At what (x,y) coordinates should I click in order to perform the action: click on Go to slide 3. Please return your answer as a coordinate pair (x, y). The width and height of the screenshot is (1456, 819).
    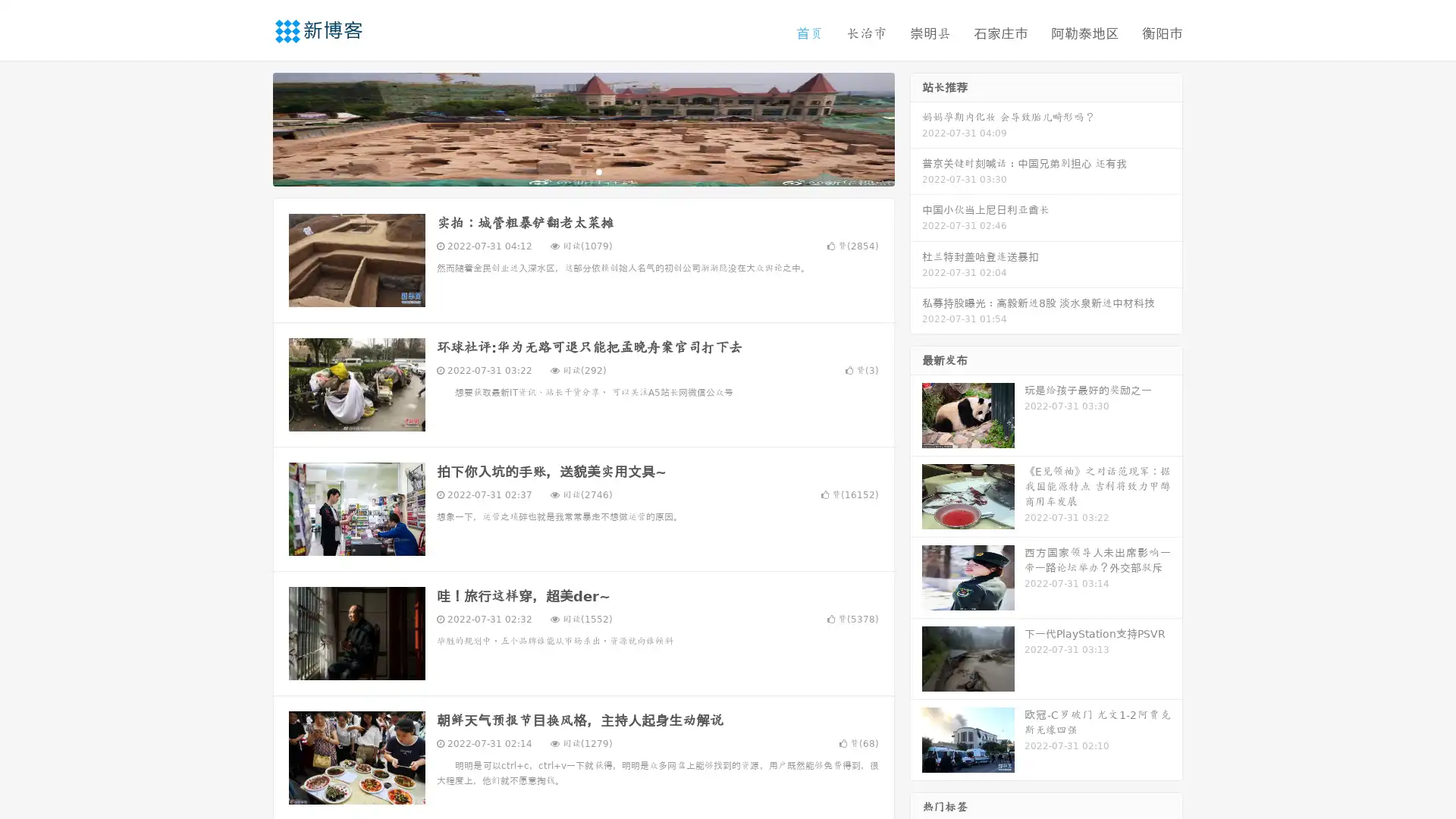
    Looking at the image, I should click on (598, 171).